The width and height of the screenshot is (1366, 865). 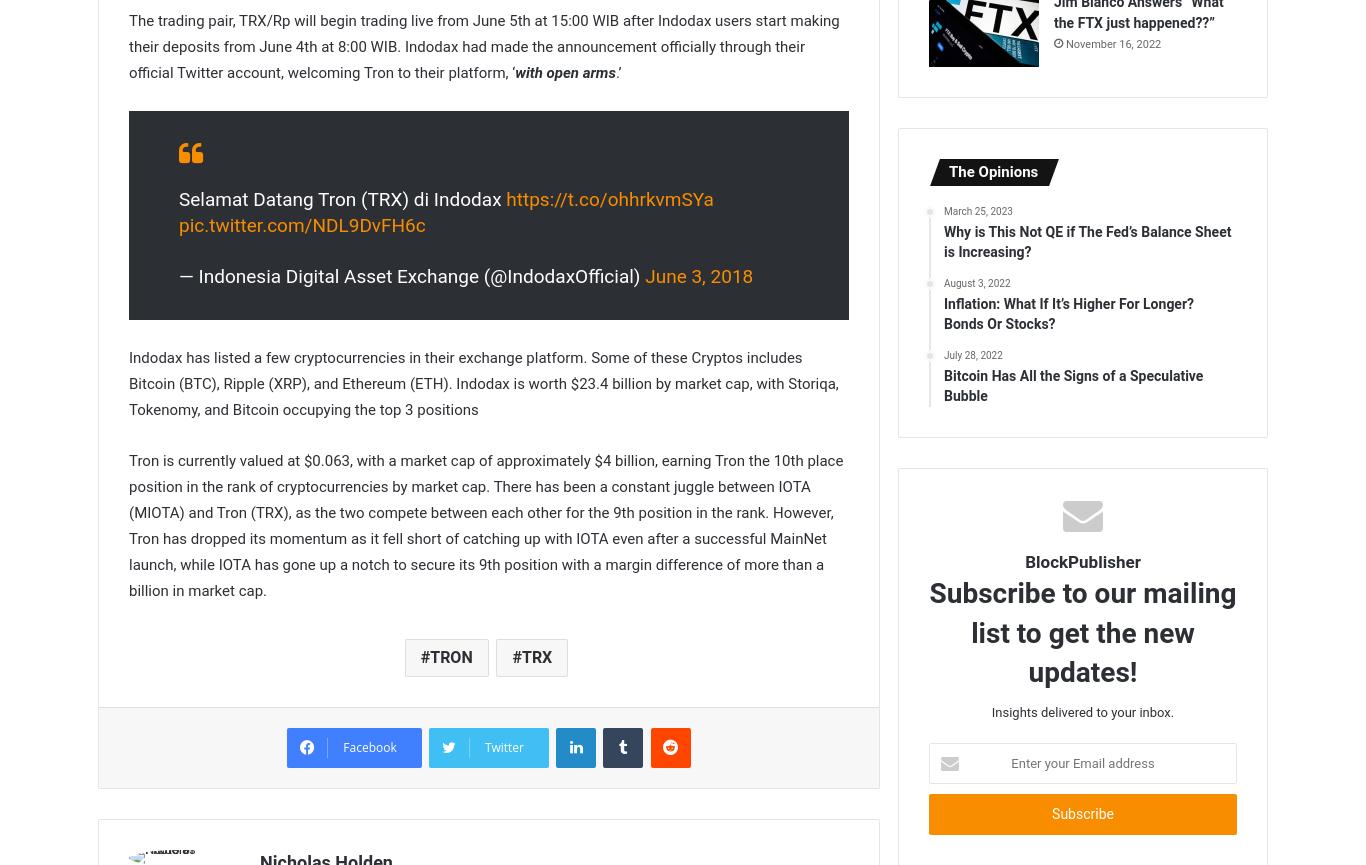 What do you see at coordinates (521, 656) in the screenshot?
I see `'TRX'` at bounding box center [521, 656].